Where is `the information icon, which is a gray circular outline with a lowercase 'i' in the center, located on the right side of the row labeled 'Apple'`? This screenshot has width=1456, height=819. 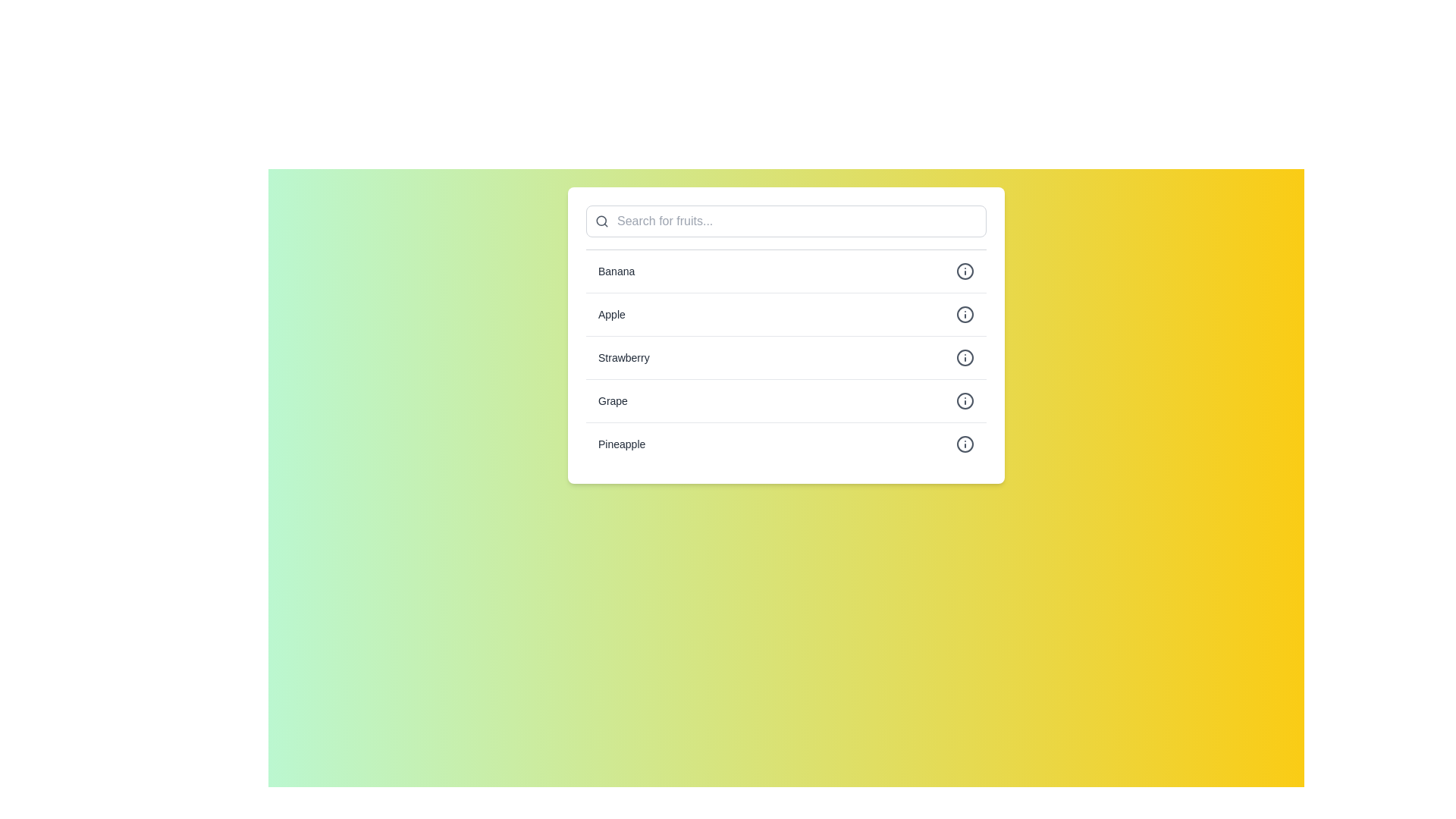 the information icon, which is a gray circular outline with a lowercase 'i' in the center, located on the right side of the row labeled 'Apple' is located at coordinates (964, 314).